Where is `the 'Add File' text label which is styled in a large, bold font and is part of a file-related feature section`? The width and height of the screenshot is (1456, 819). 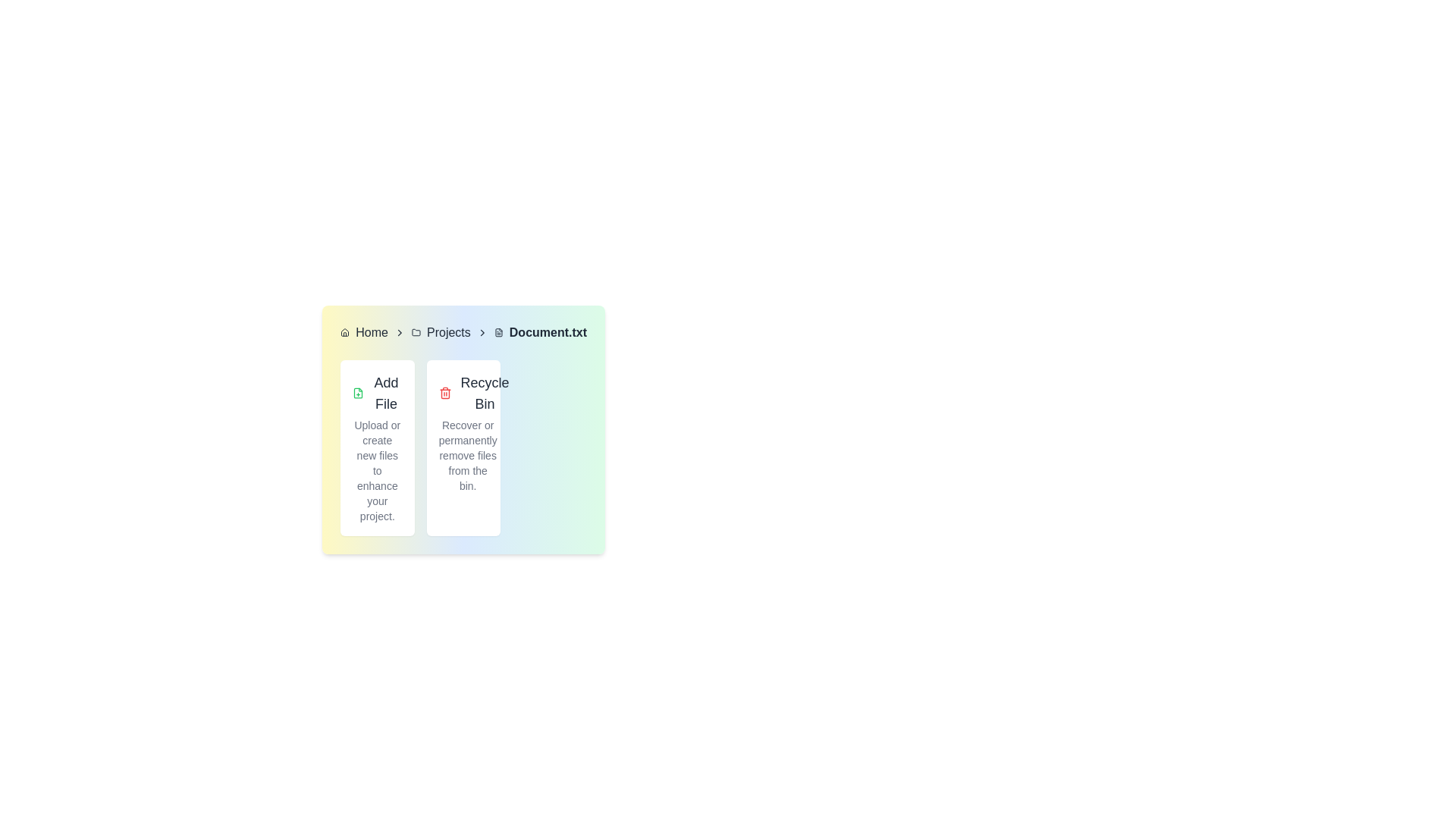
the 'Add File' text label which is styled in a large, bold font and is part of a file-related feature section is located at coordinates (385, 393).